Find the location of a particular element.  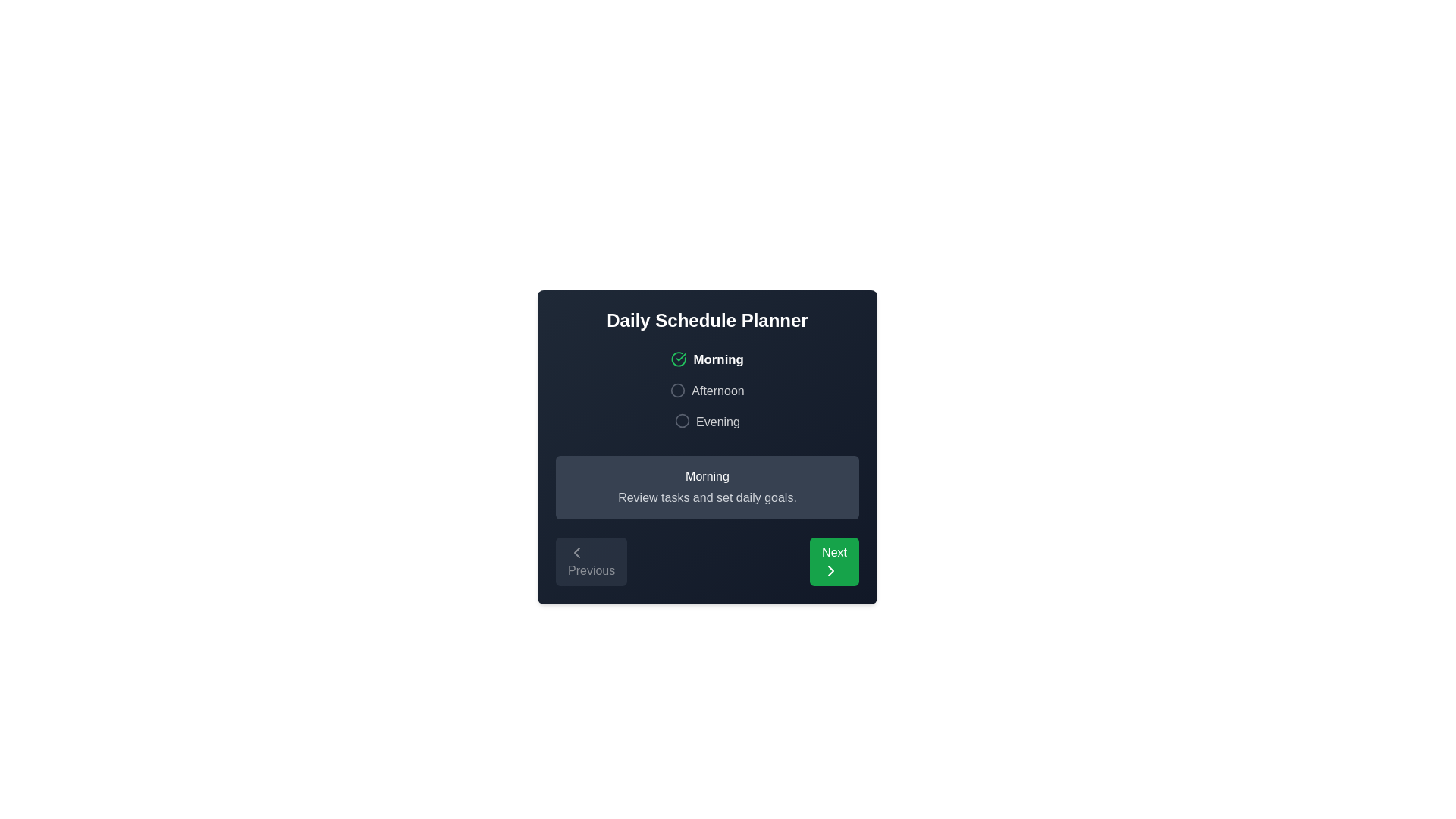

the SVG Circle representing the 'Evening' option in the radio button group for schedule periods is located at coordinates (682, 421).